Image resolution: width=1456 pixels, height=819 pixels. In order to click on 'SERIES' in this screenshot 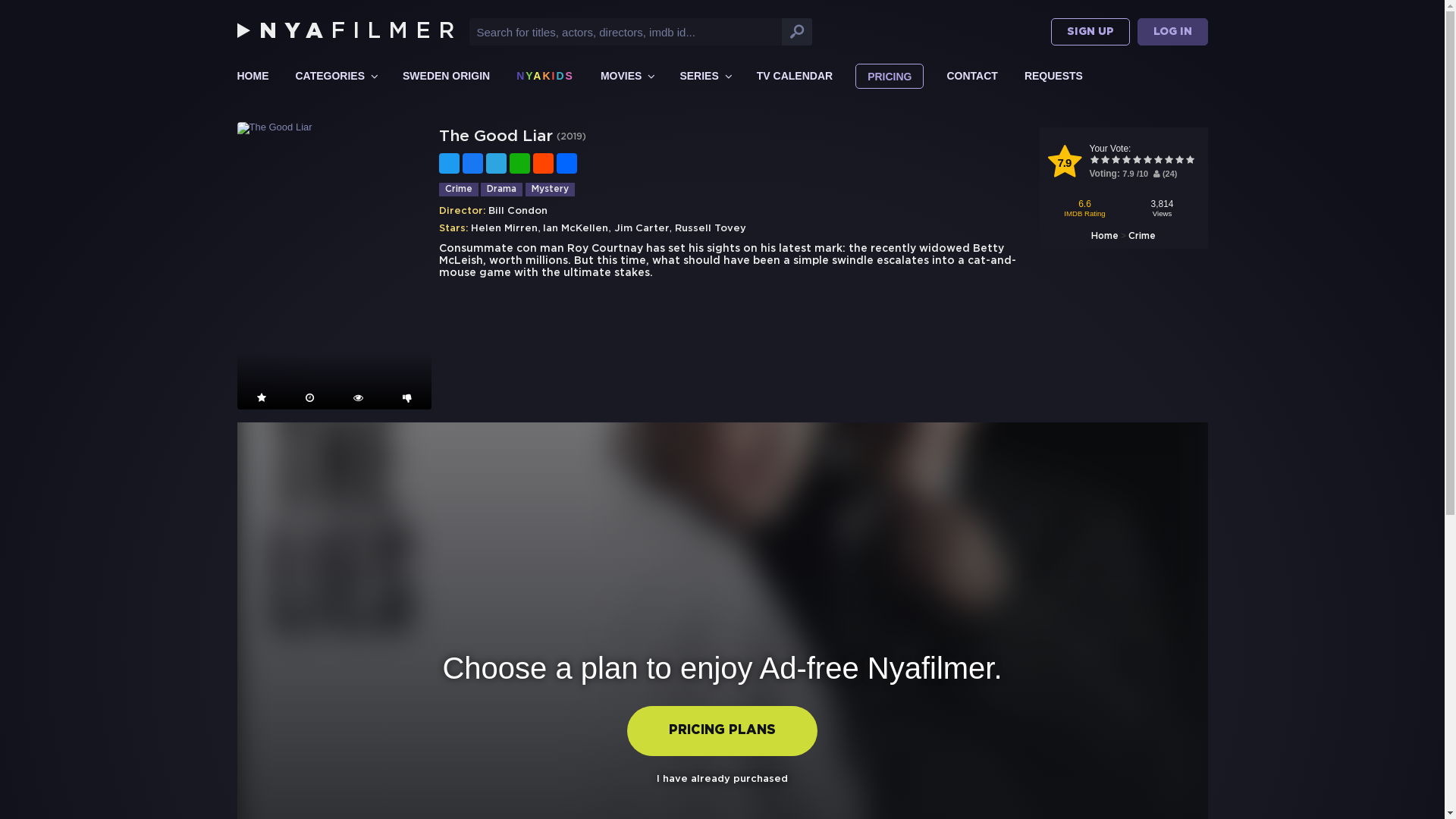, I will do `click(704, 75)`.